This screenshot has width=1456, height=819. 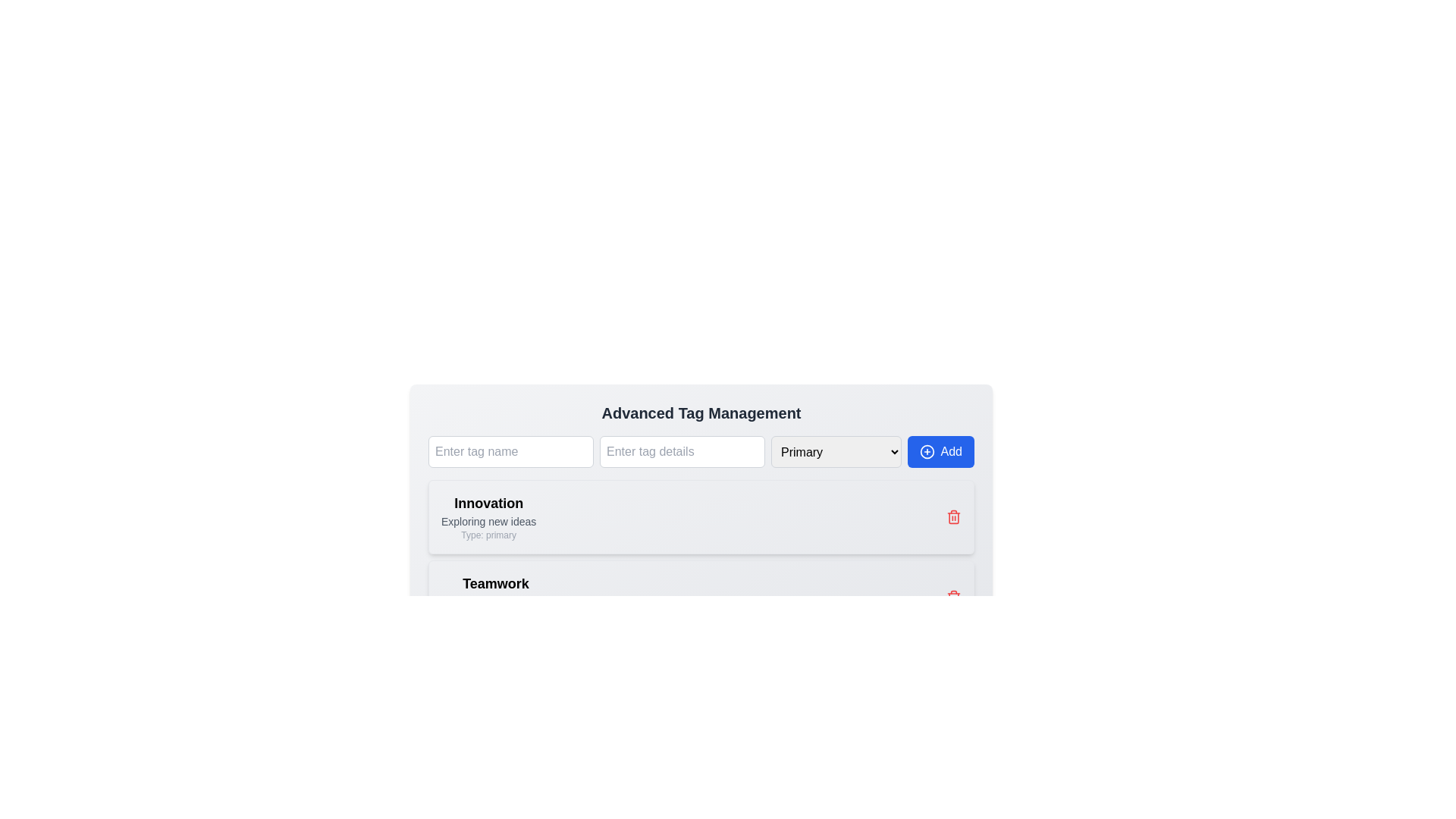 What do you see at coordinates (682, 451) in the screenshot?
I see `the text input field with placeholder text 'Enter tag details' to activate its focus styling` at bounding box center [682, 451].